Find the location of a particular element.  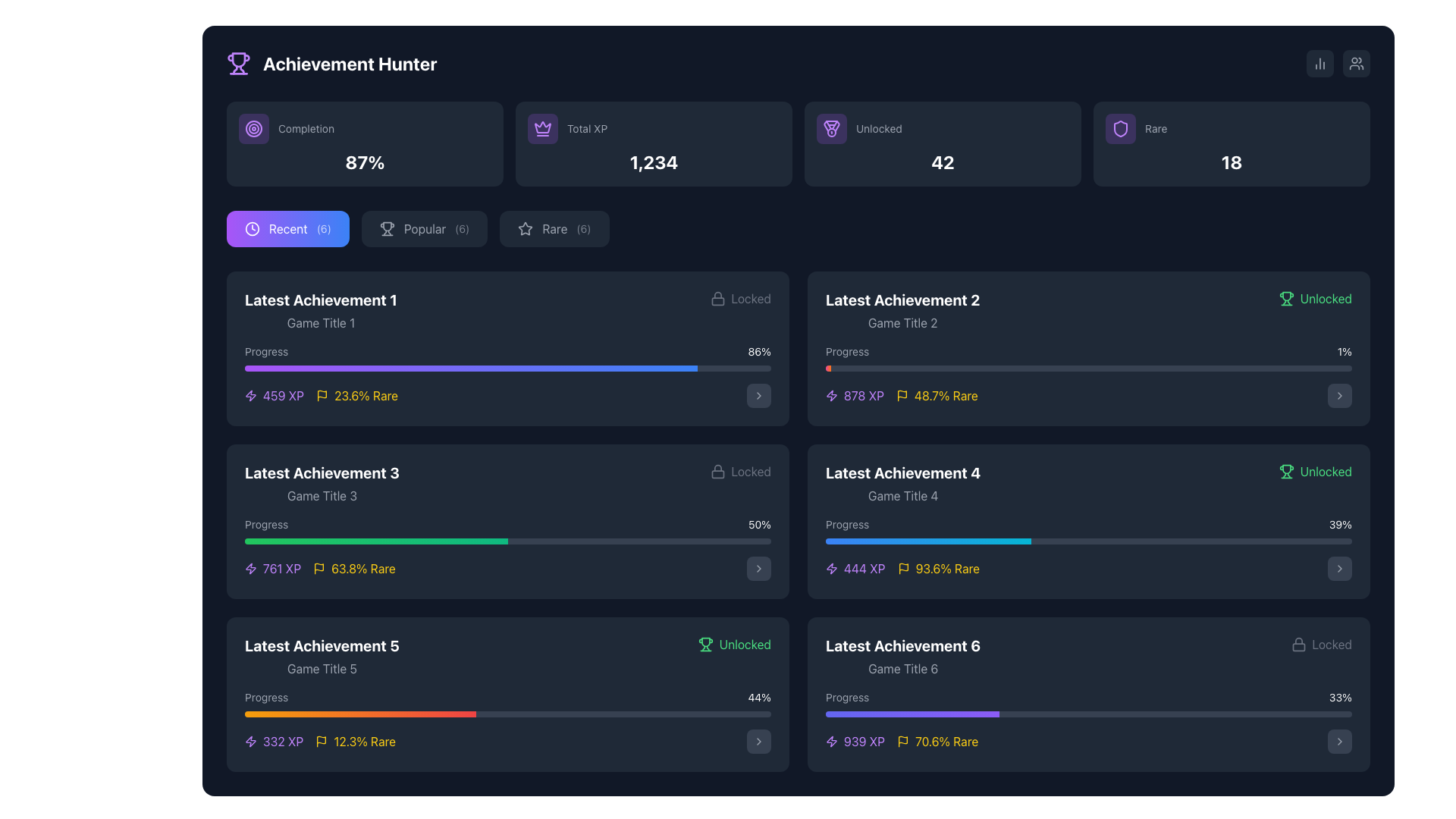

the button containing the chevron icon located in the bottom-right corner of the 'Latest Achievement 5' card is located at coordinates (759, 741).